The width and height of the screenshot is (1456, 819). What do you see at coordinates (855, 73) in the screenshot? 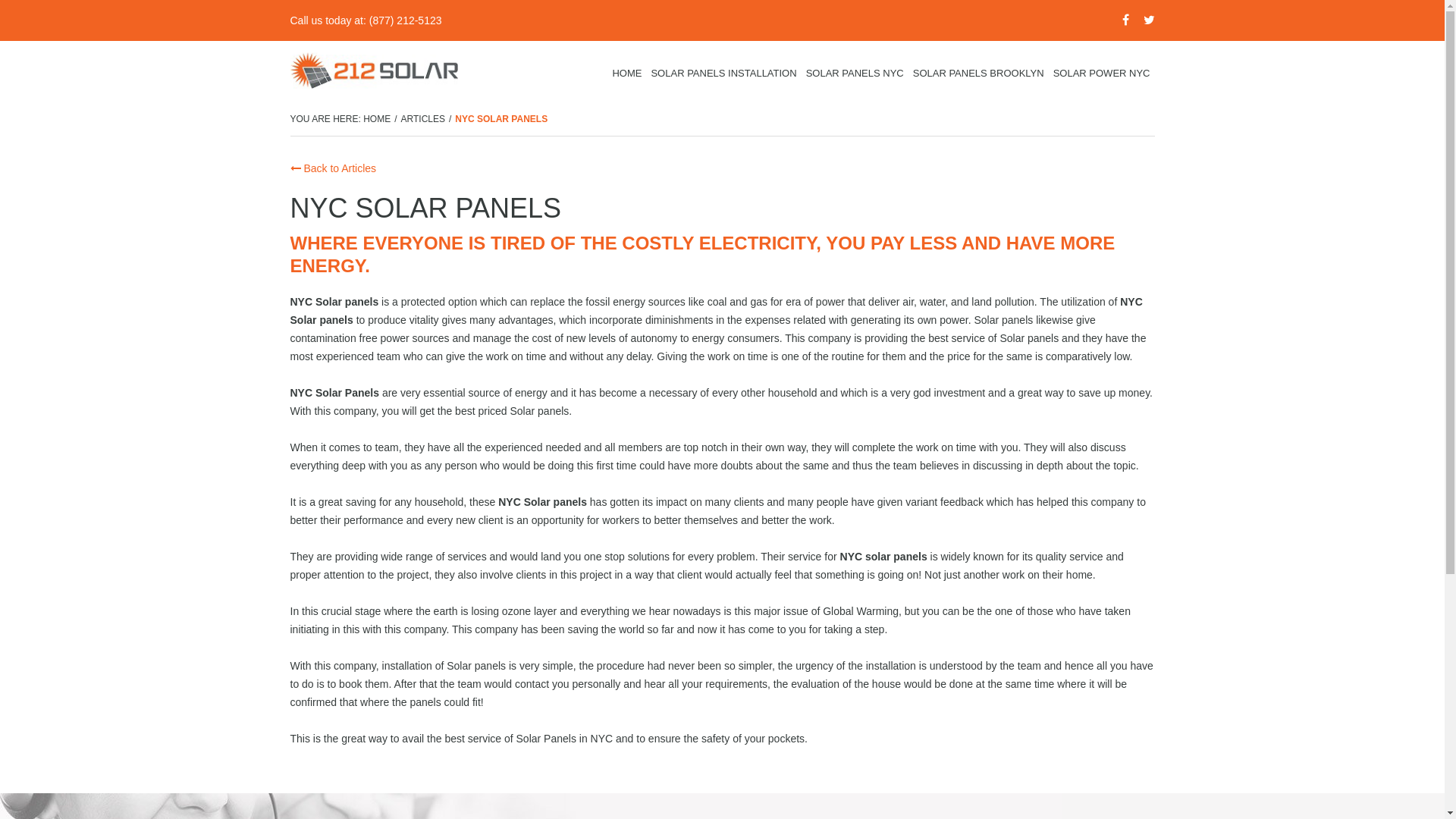
I see `'SOLAR PANELS NYC'` at bounding box center [855, 73].